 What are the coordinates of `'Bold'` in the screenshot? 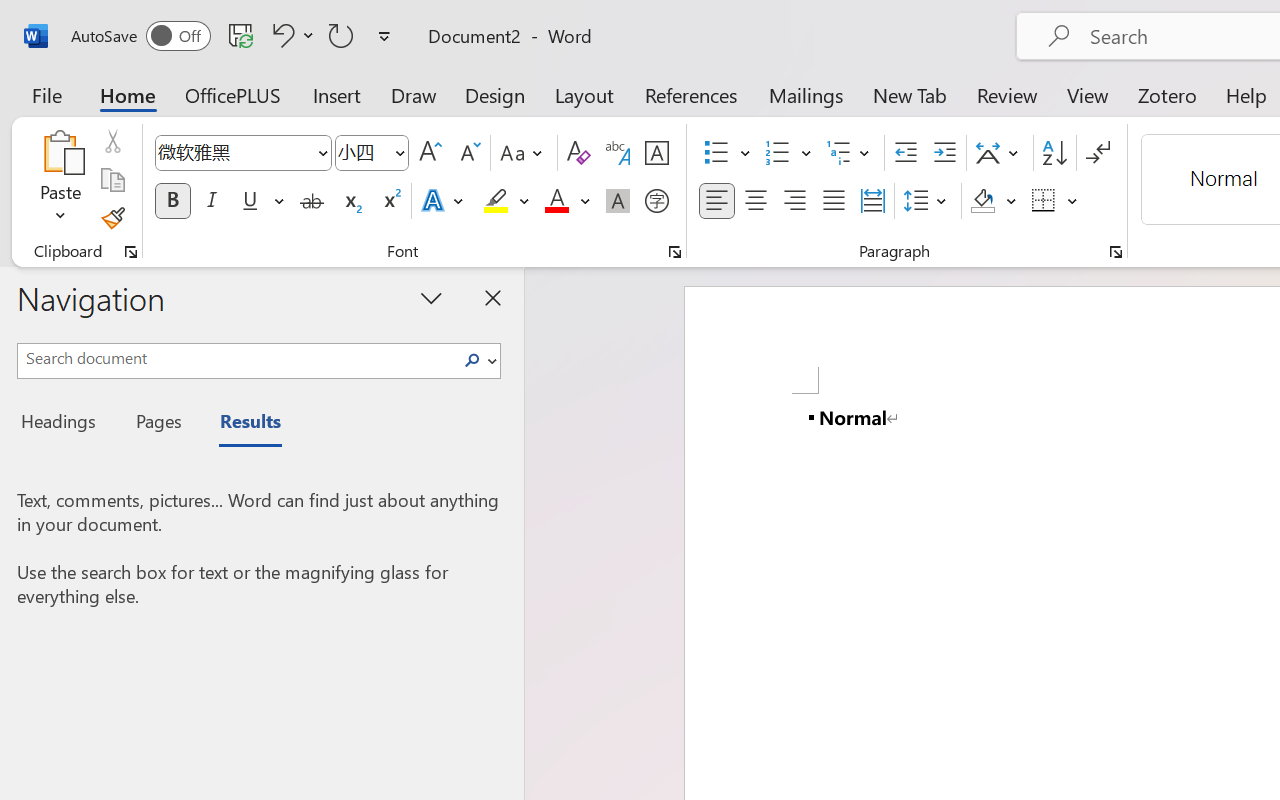 It's located at (172, 201).